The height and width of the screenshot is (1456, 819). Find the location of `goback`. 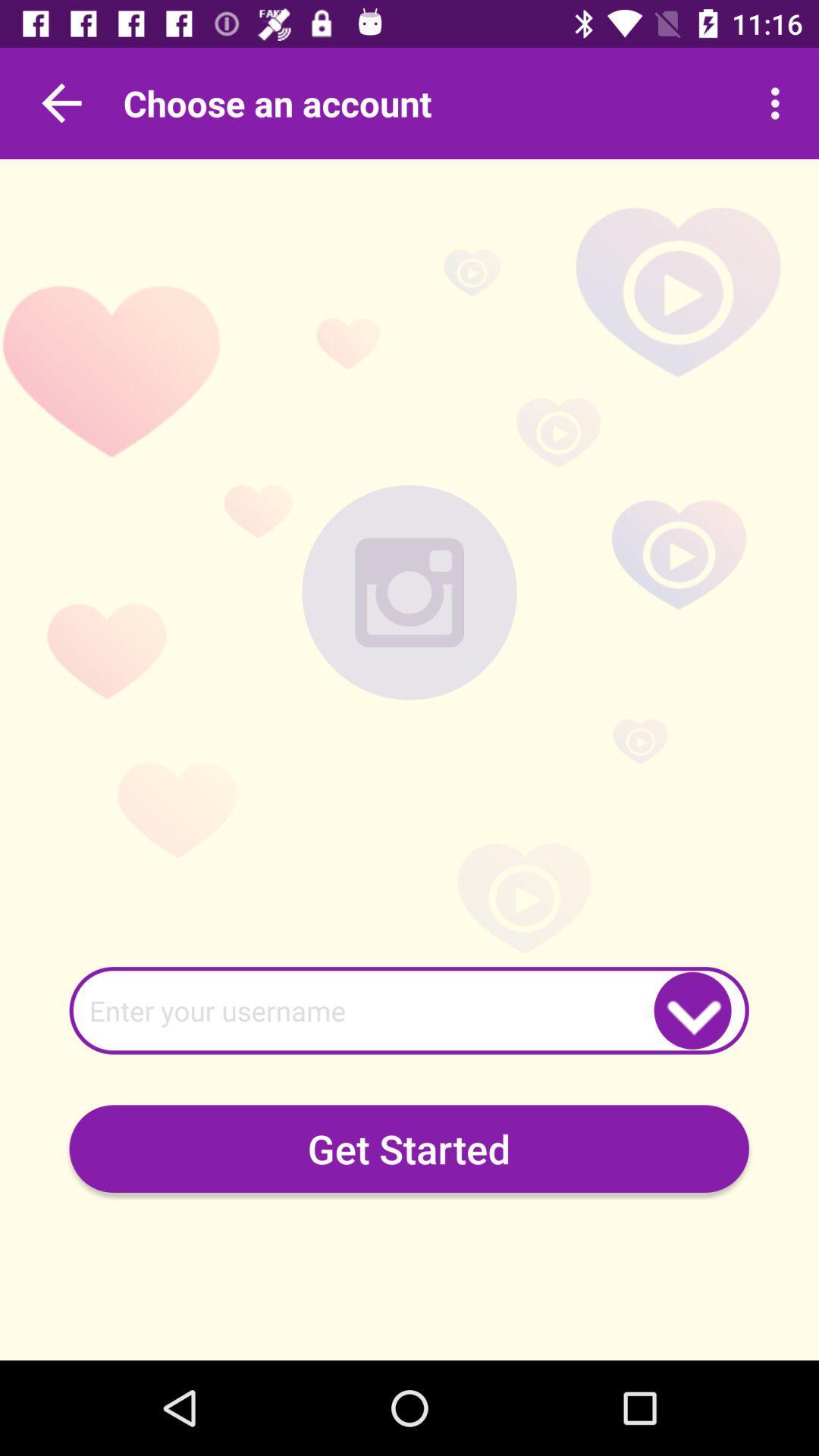

goback is located at coordinates (61, 102).